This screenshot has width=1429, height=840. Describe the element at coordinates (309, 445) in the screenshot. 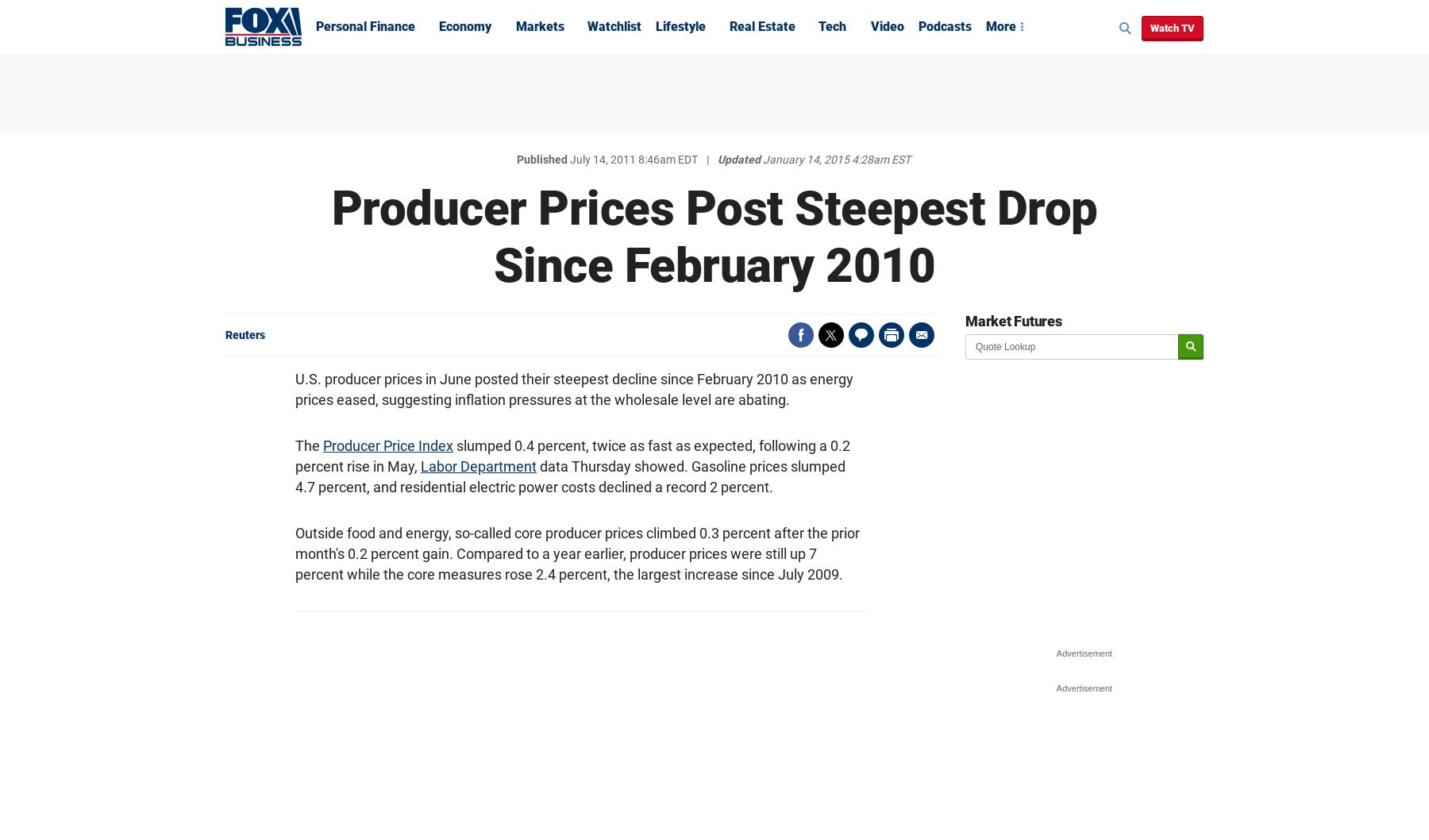

I see `'The'` at that location.